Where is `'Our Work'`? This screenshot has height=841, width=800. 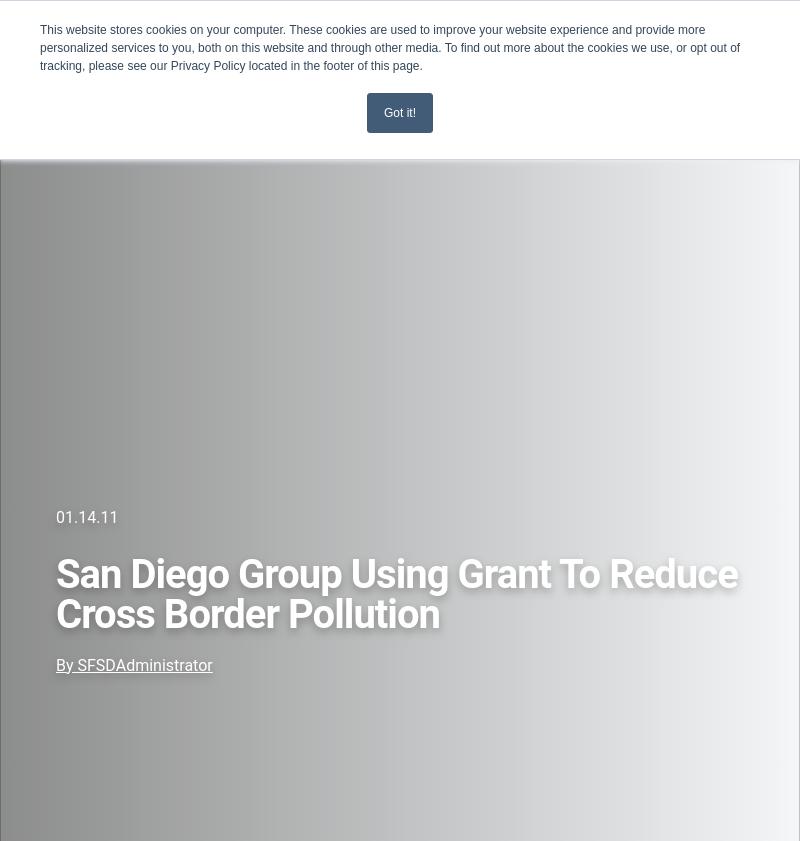
'Our Work' is located at coordinates (51, 215).